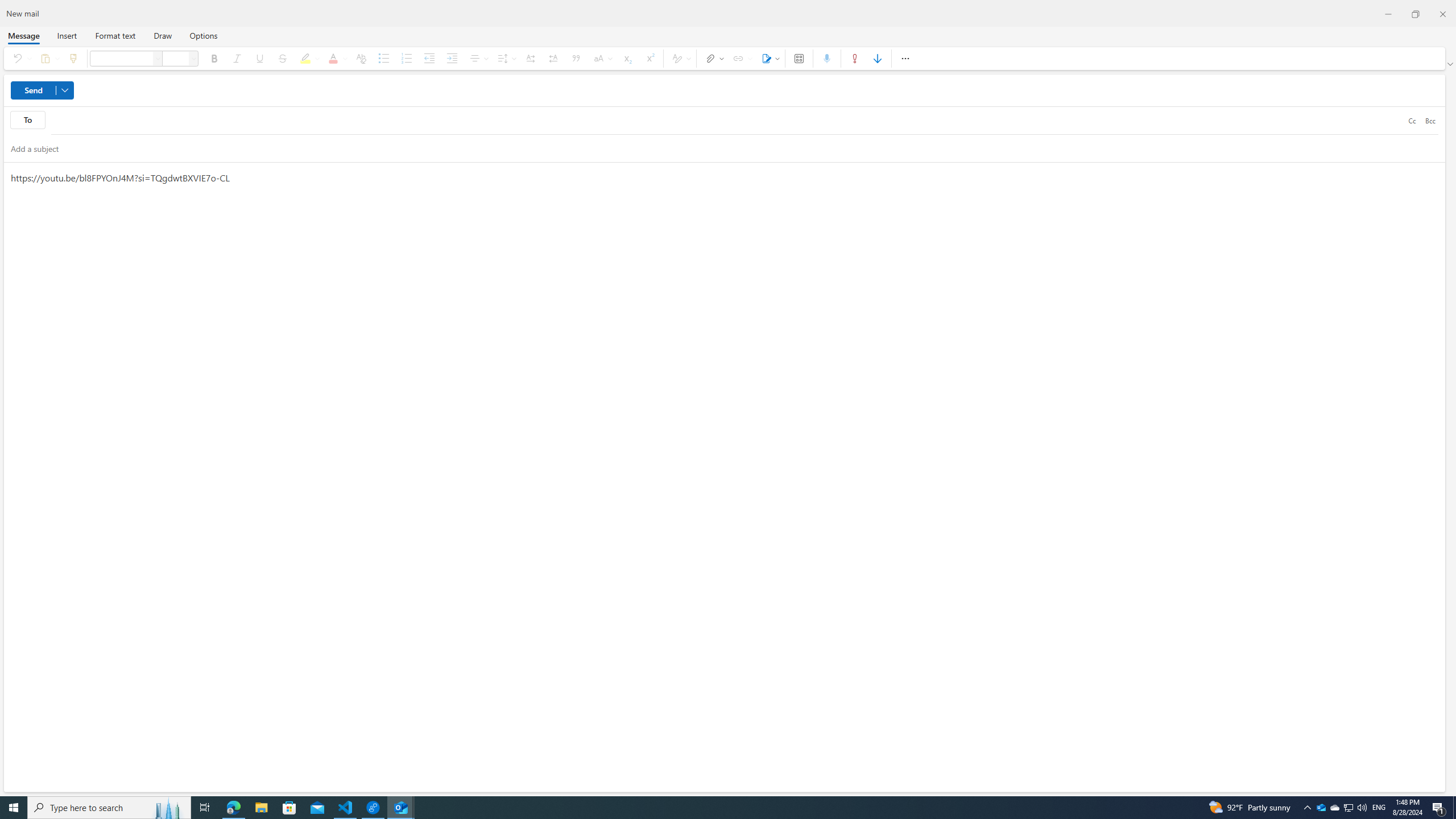 This screenshot has width=1456, height=819. I want to click on 'Attach file', so click(712, 58).